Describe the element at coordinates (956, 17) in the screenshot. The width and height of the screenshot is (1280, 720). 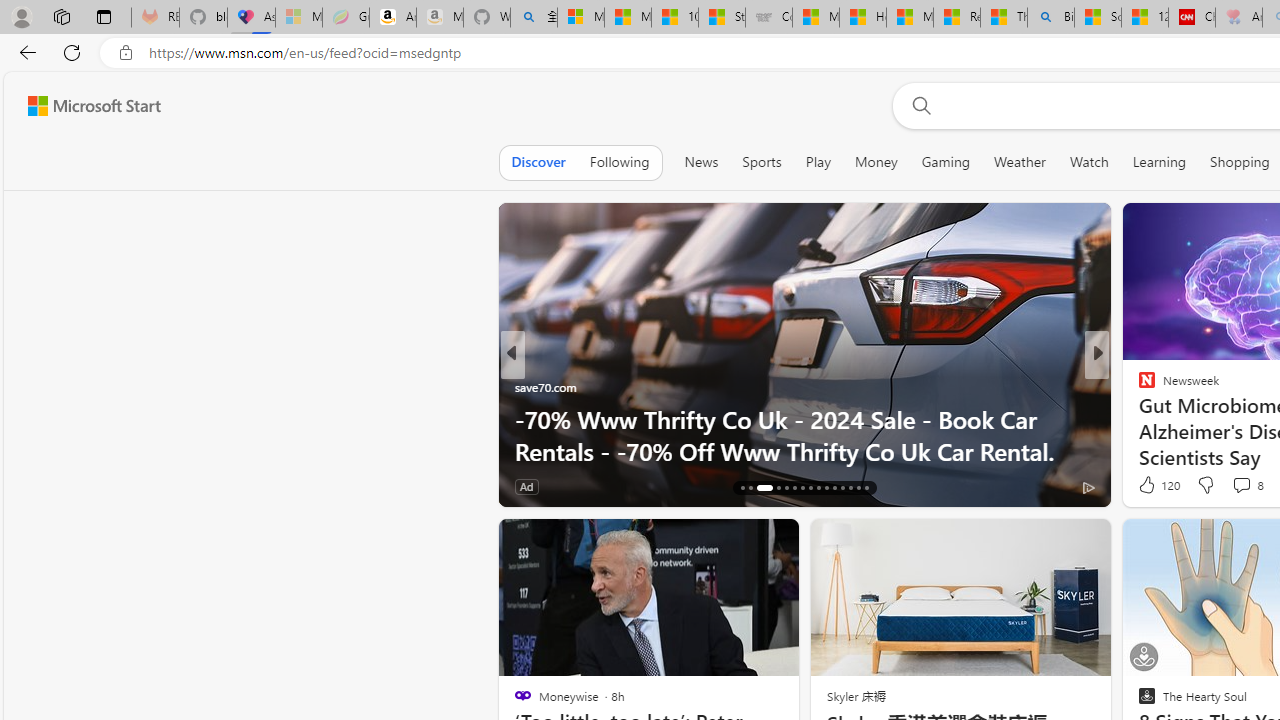
I see `'Recipes - MSN'` at that location.